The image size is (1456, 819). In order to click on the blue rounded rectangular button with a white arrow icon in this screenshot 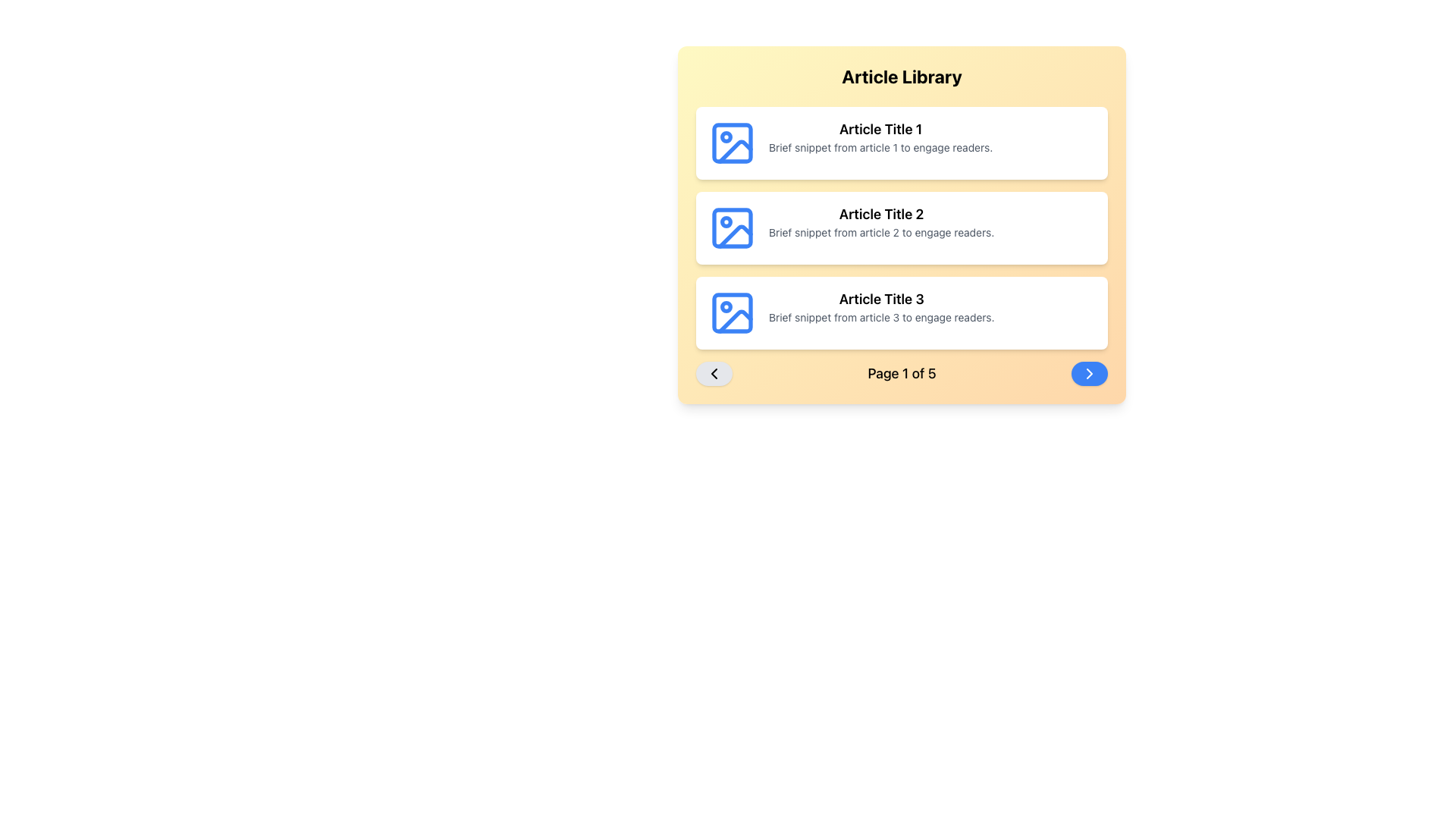, I will do `click(1088, 374)`.